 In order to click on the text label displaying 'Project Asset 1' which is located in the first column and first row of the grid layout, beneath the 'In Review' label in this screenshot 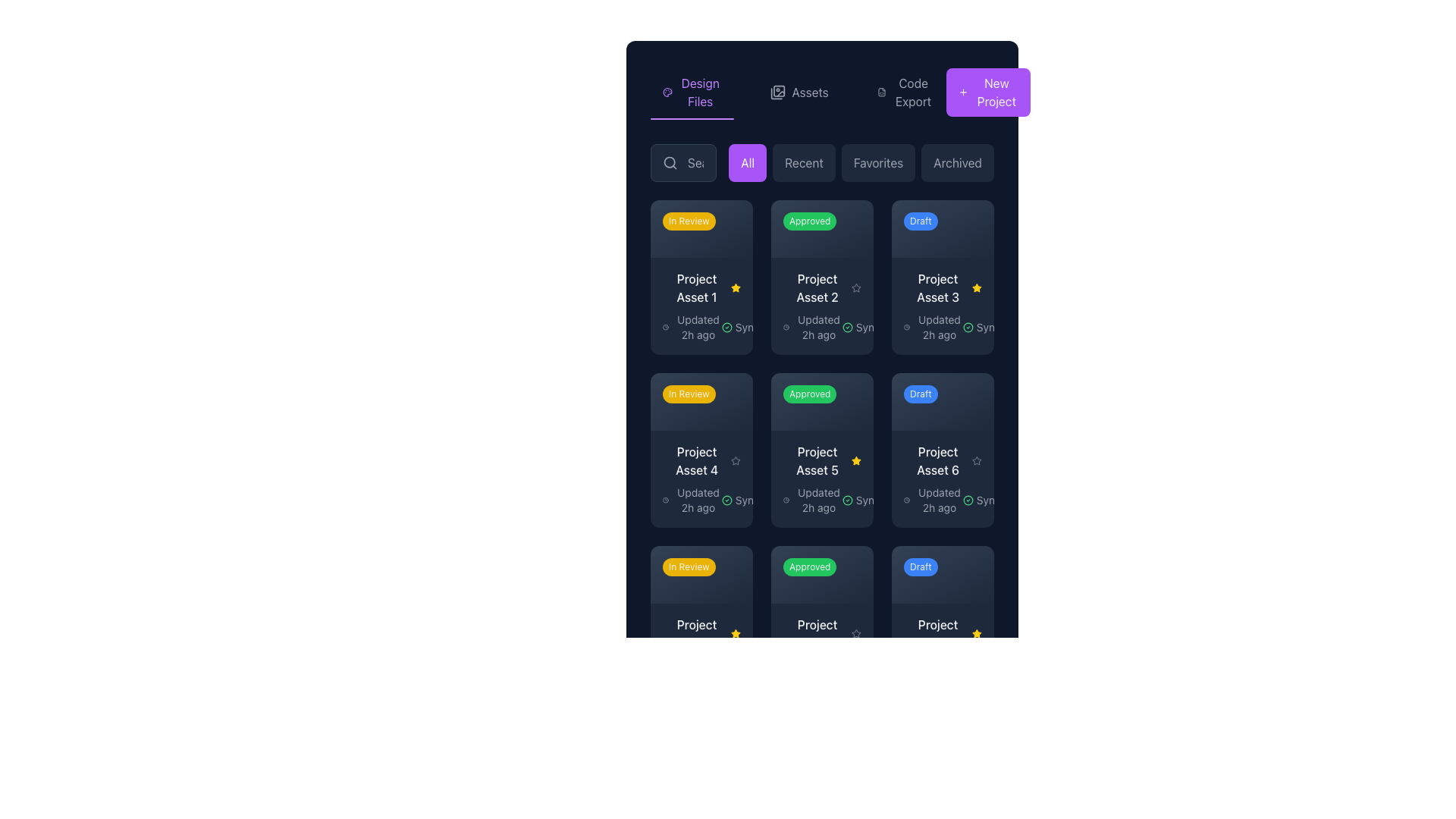, I will do `click(695, 287)`.